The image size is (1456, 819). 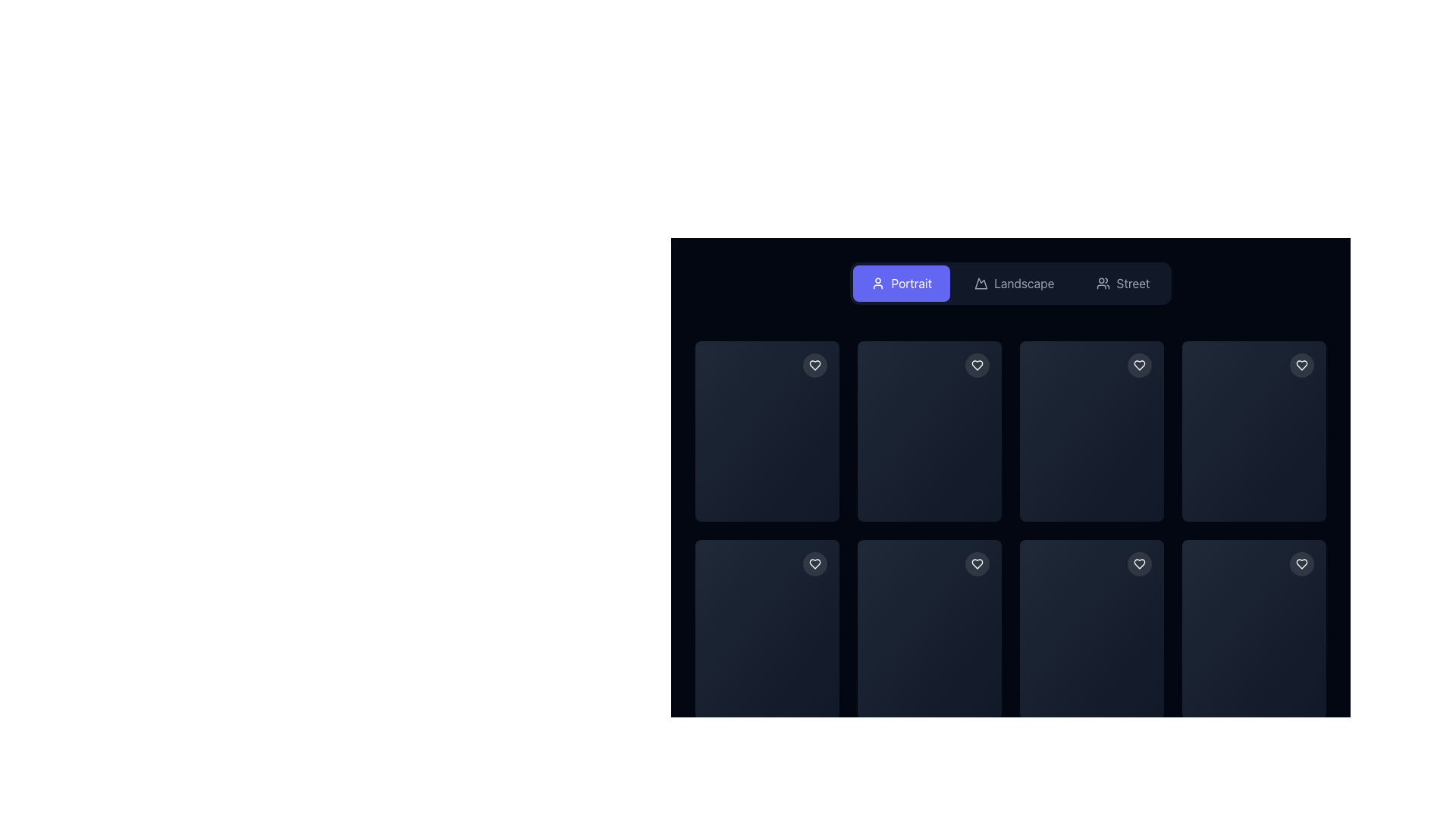 I want to click on the heart-shaped icon located in the second column of the first row to express a preference or liking for the associated item, so click(x=977, y=366).